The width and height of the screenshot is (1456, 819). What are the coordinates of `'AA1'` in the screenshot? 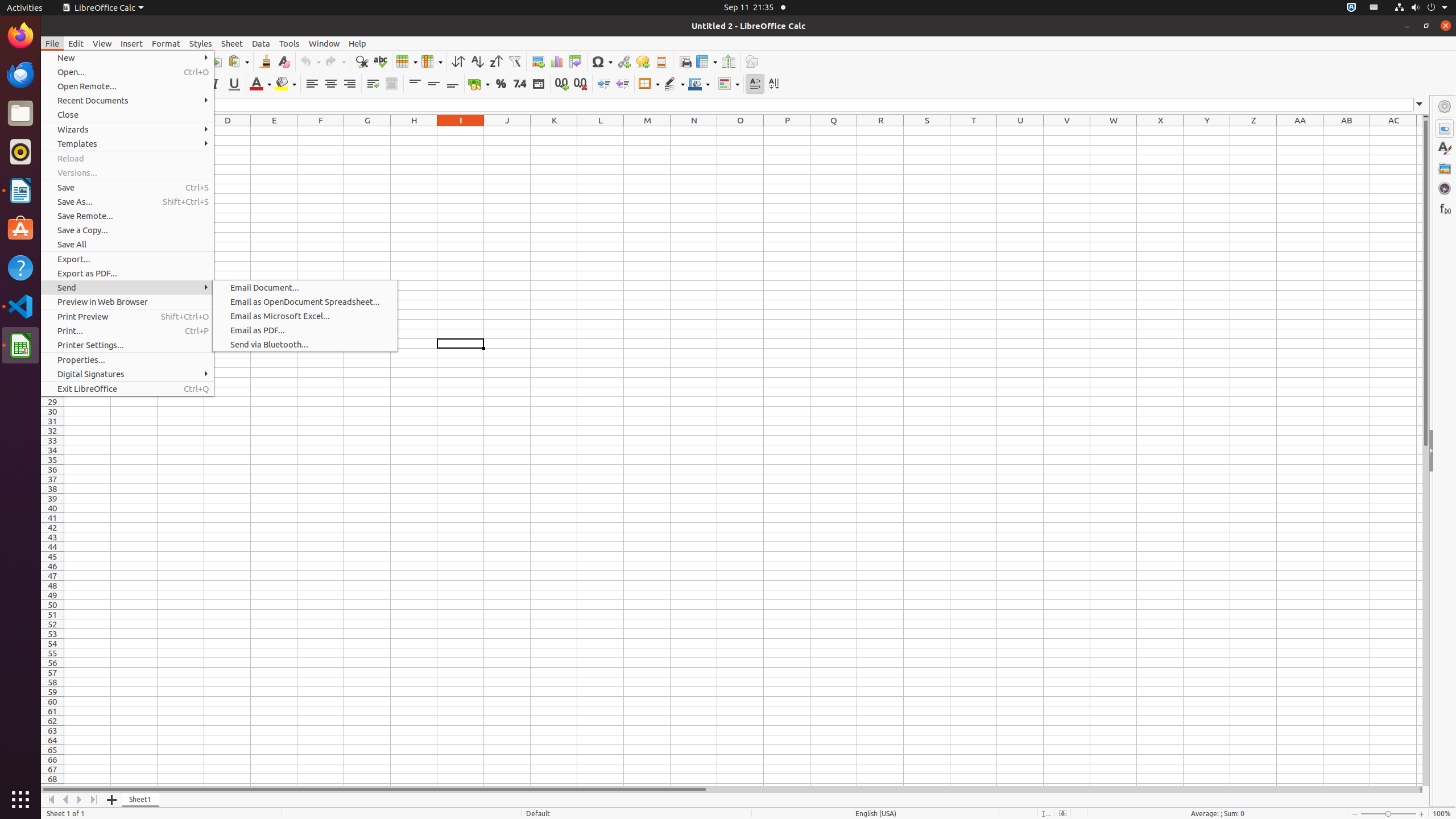 It's located at (1300, 130).